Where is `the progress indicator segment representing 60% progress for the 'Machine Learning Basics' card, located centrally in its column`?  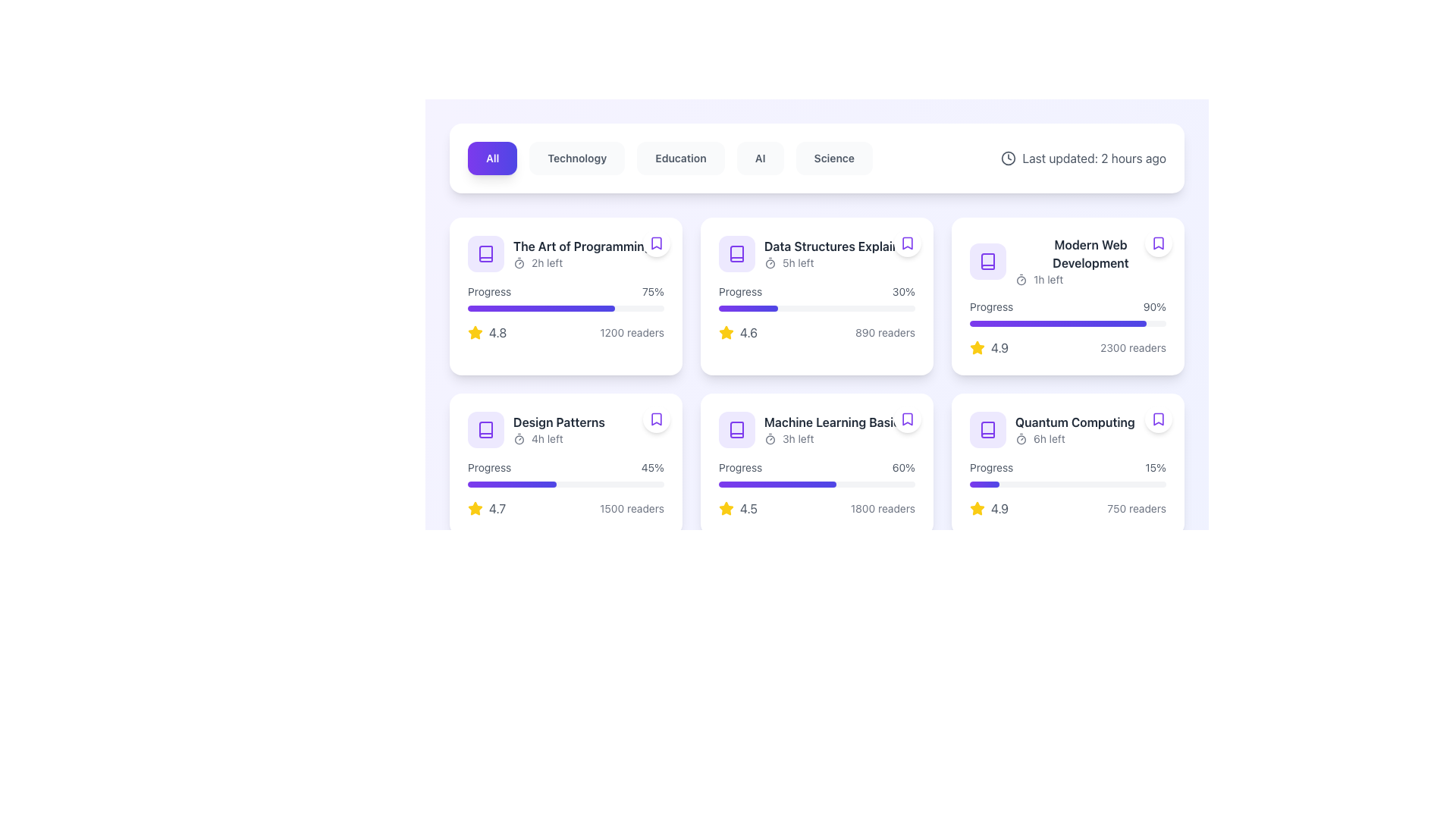 the progress indicator segment representing 60% progress for the 'Machine Learning Basics' card, located centrally in its column is located at coordinates (777, 485).